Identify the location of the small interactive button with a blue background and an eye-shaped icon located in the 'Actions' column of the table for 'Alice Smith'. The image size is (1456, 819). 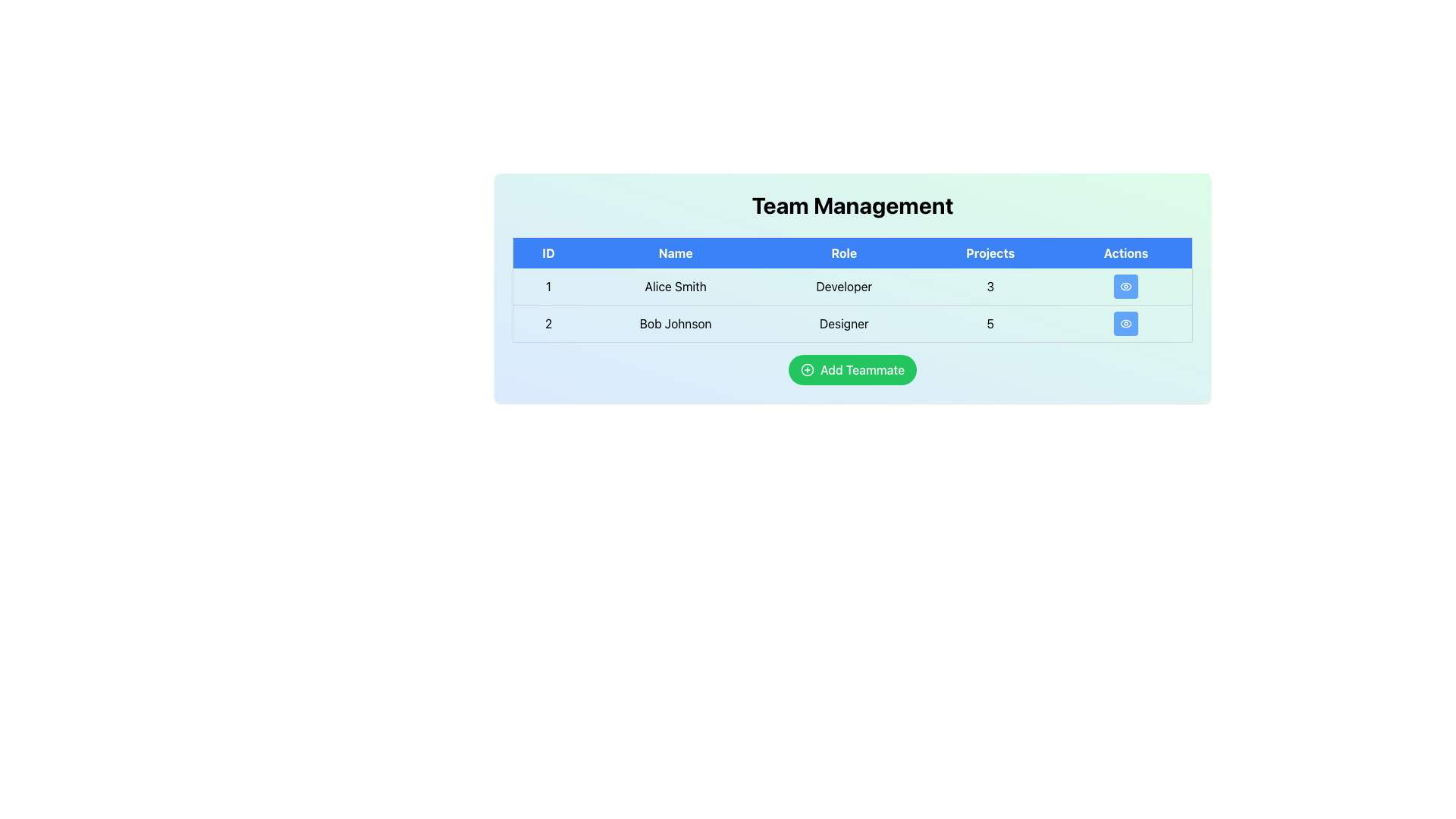
(1126, 287).